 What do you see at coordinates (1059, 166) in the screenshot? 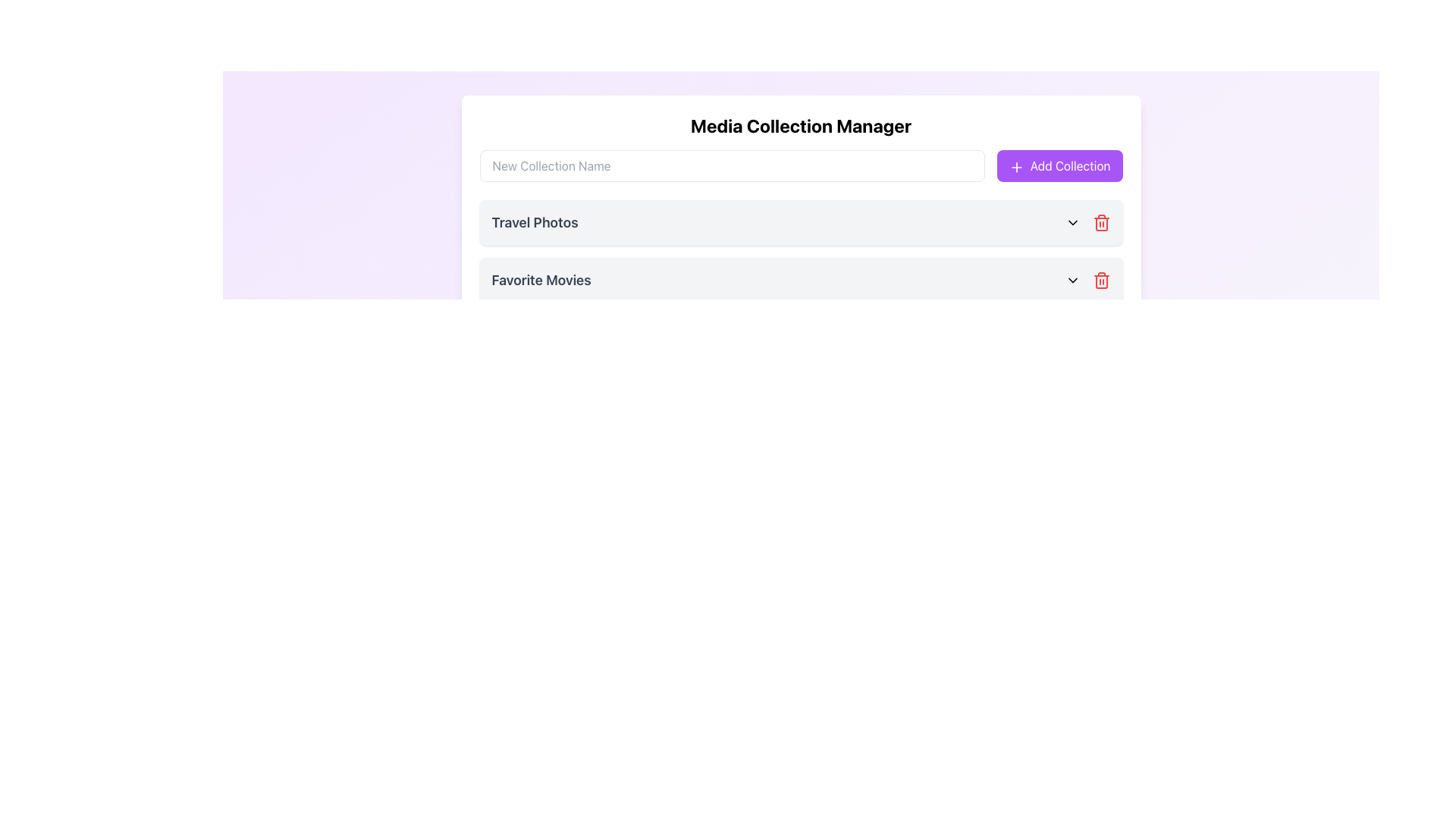
I see `the 'Add Collection' button, which has a purple background and white text` at bounding box center [1059, 166].